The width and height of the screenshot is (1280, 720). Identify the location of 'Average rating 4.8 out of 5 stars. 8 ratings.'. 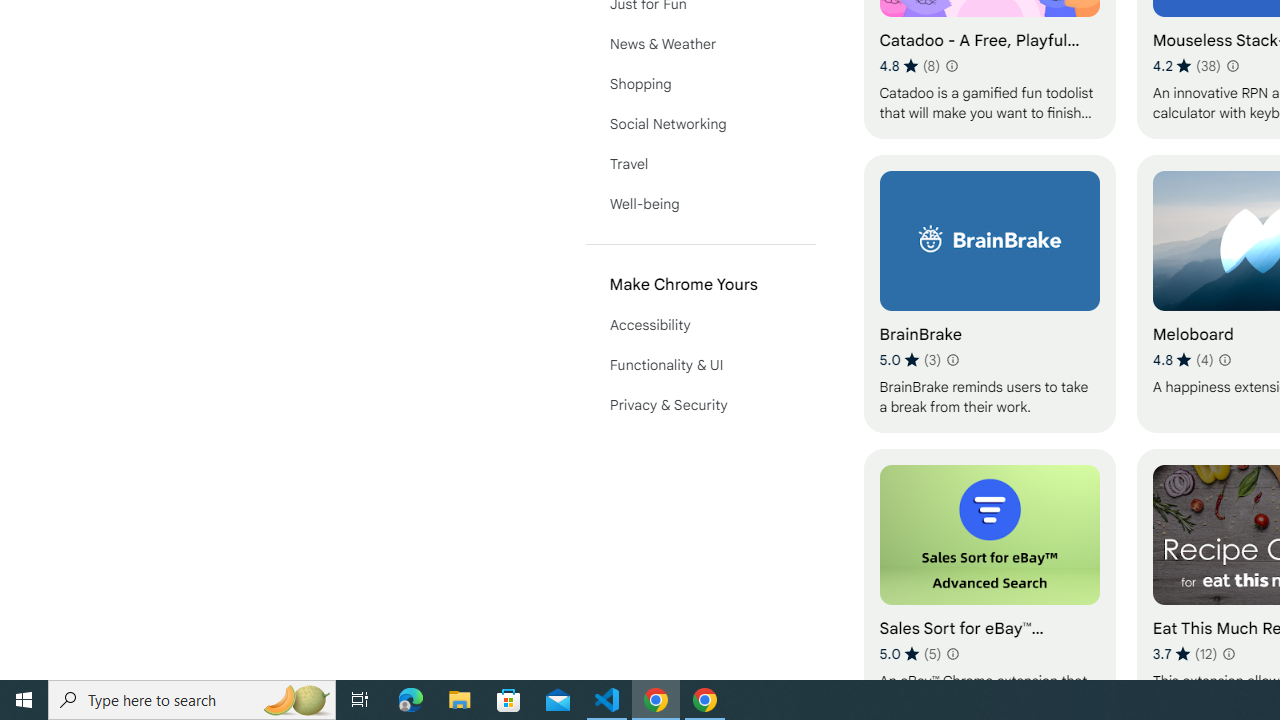
(909, 65).